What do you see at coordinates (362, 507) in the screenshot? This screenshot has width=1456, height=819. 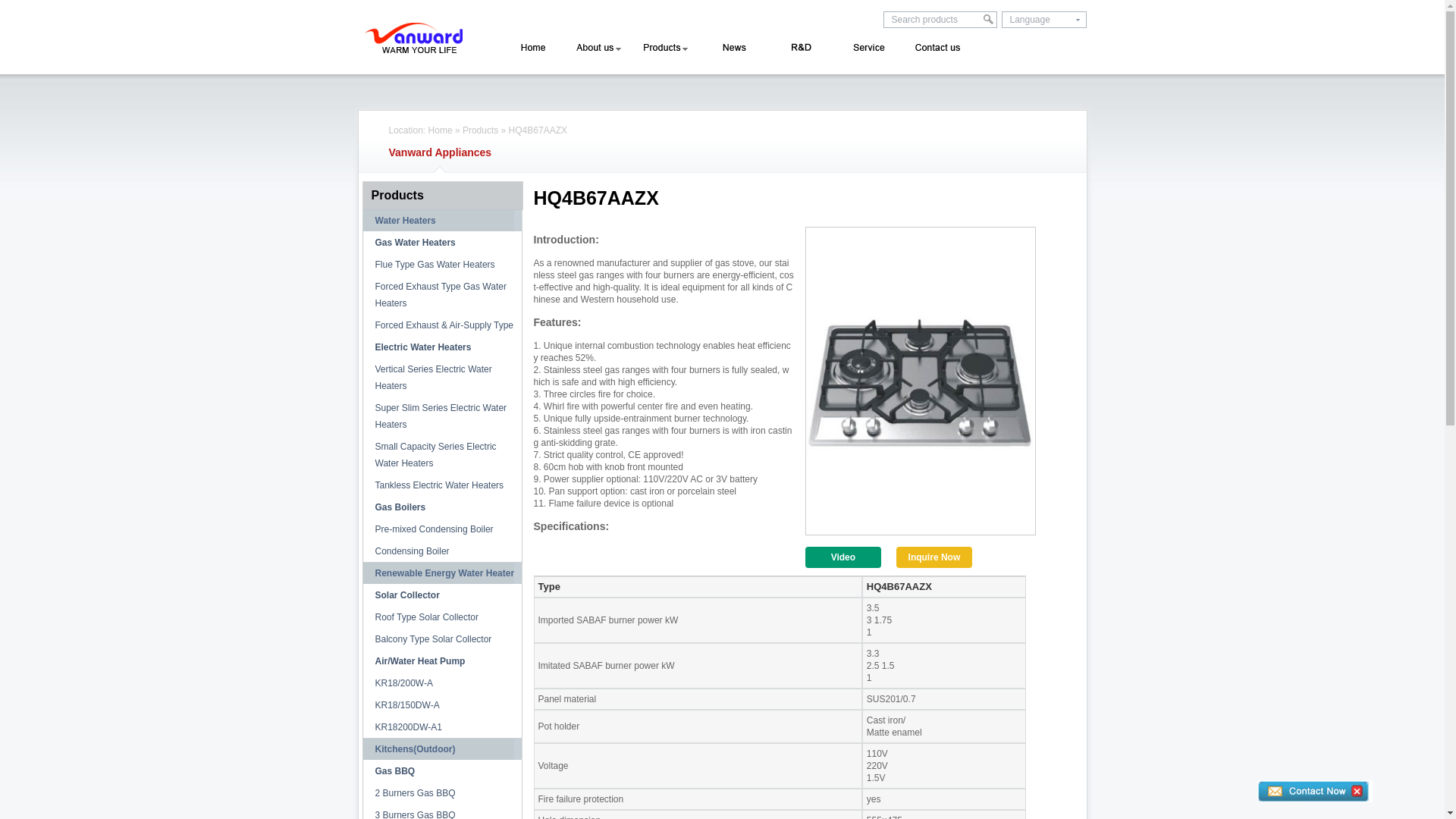 I see `'Gas Boilers'` at bounding box center [362, 507].